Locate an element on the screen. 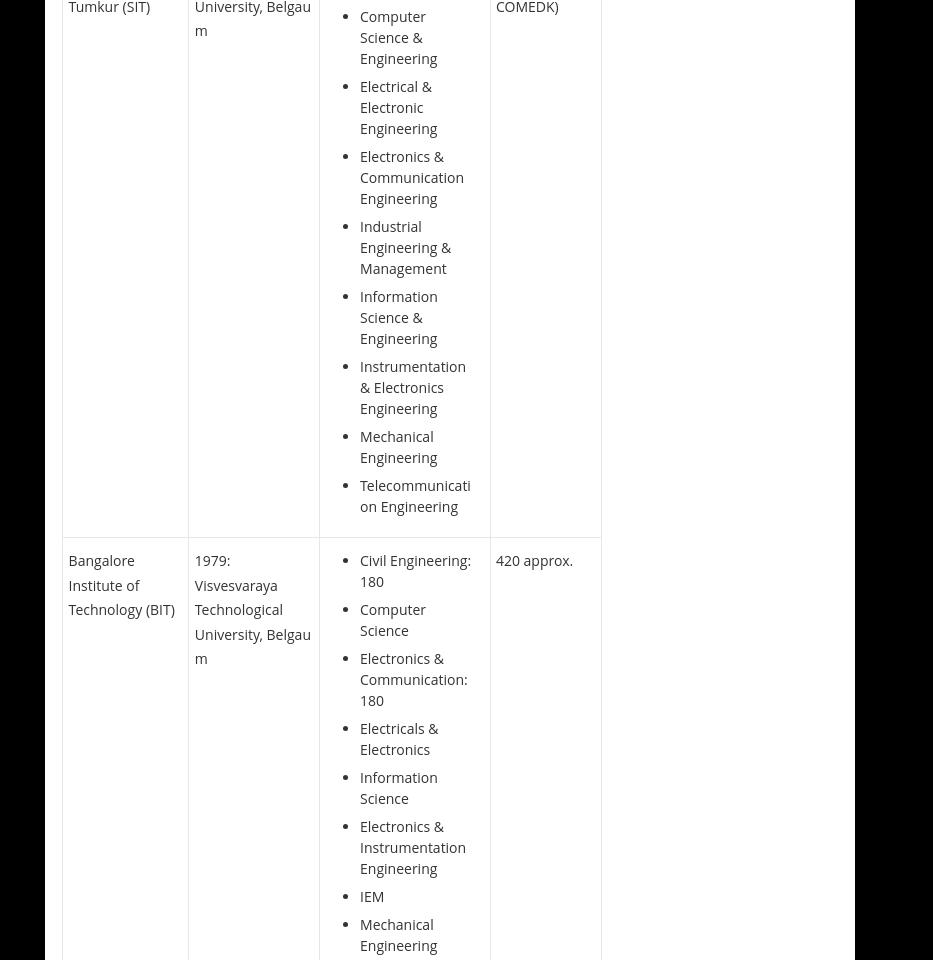  'Information Science' is located at coordinates (398, 787).